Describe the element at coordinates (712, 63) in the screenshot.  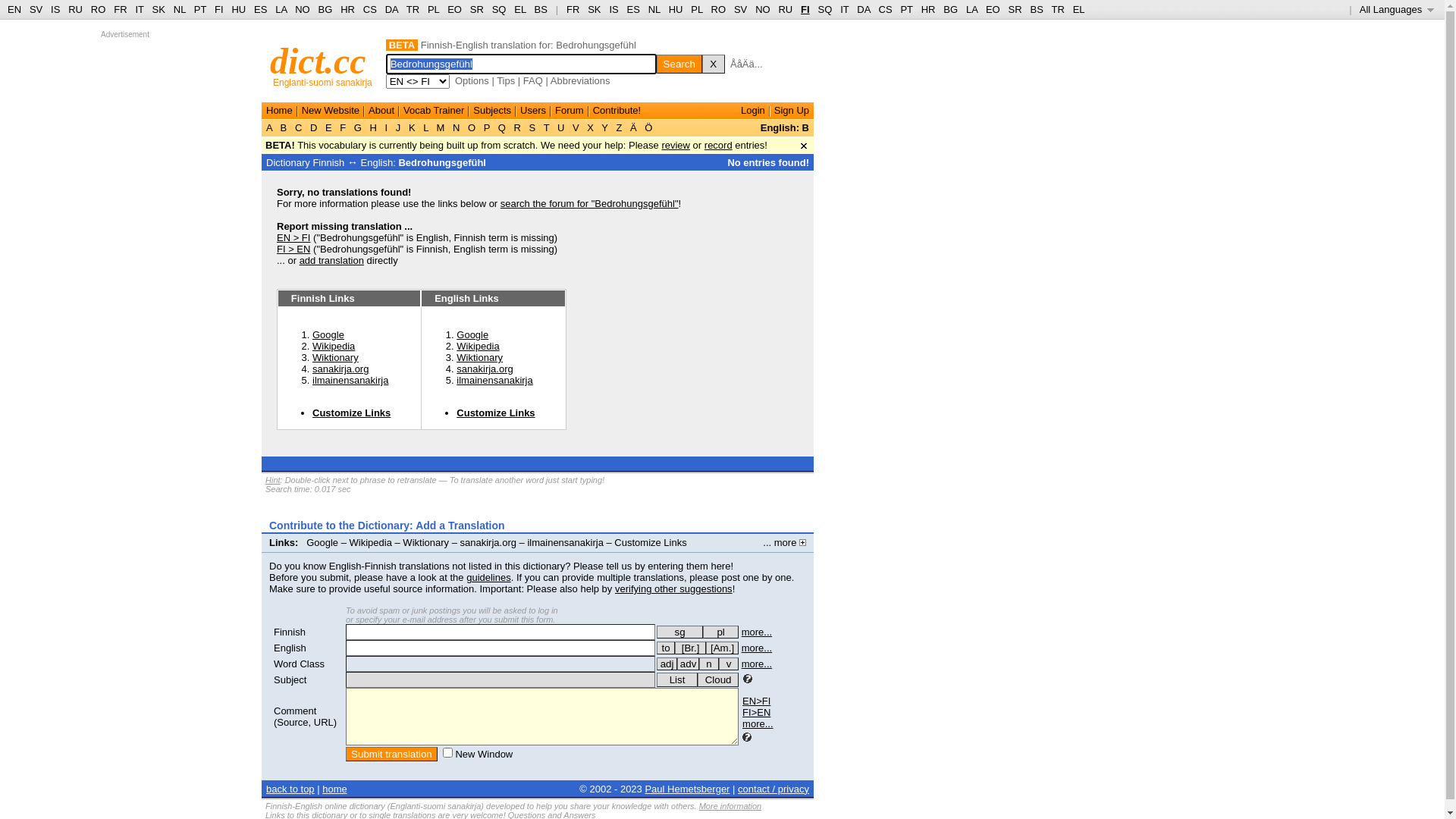
I see `'X'` at that location.